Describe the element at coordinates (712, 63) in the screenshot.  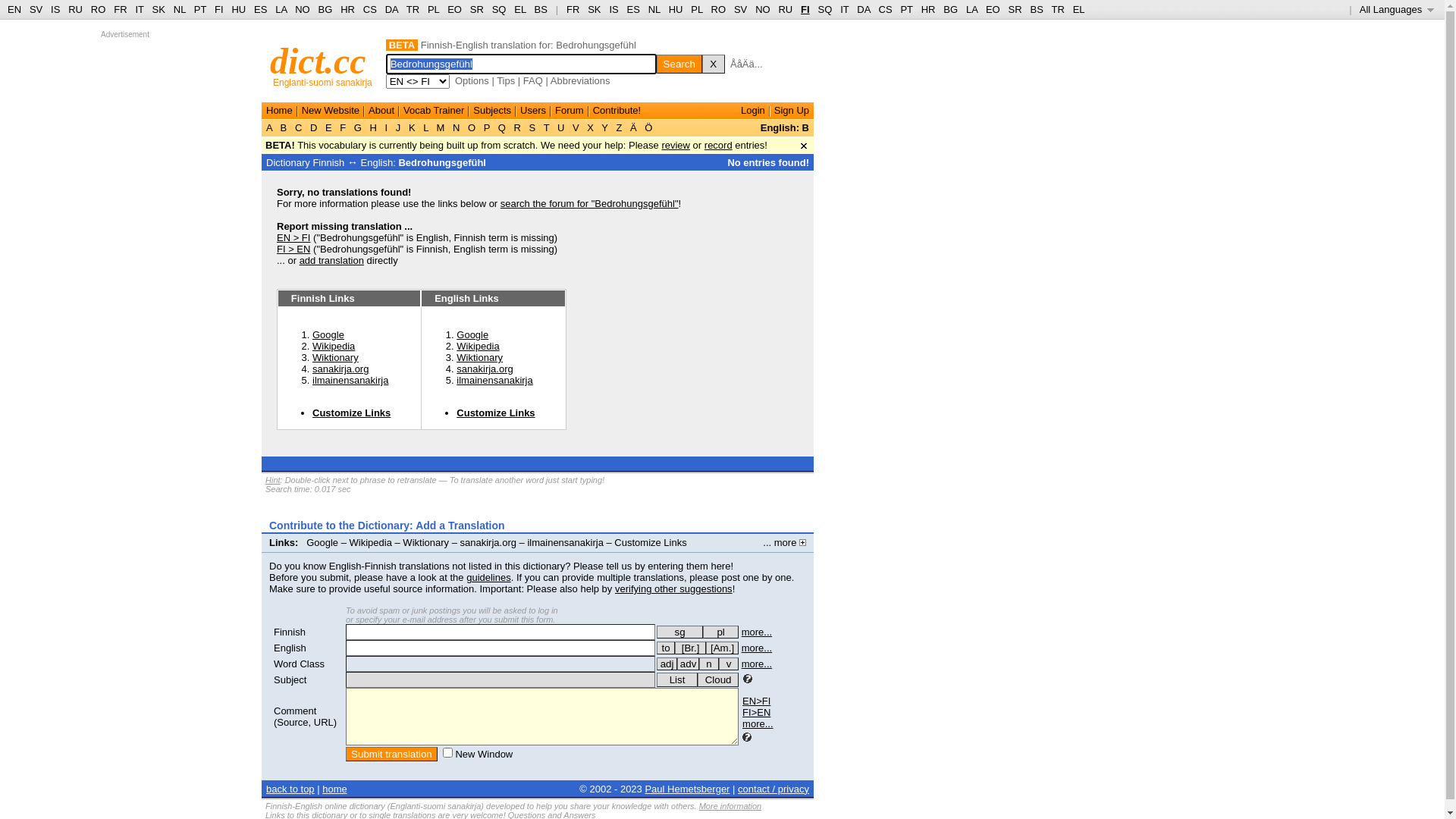
I see `'X'` at that location.